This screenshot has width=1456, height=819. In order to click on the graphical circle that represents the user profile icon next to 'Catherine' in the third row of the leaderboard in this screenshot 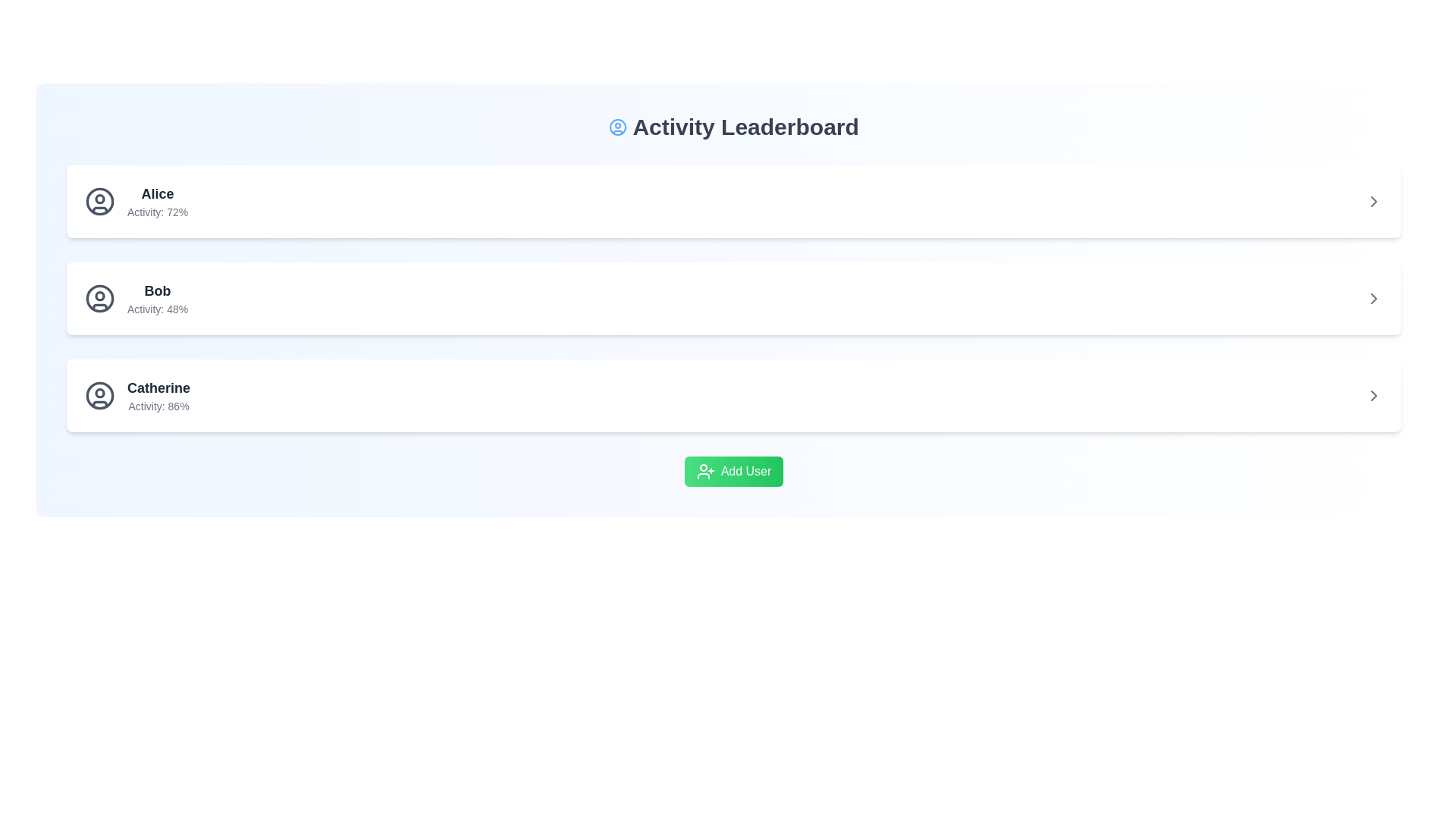, I will do `click(99, 394)`.